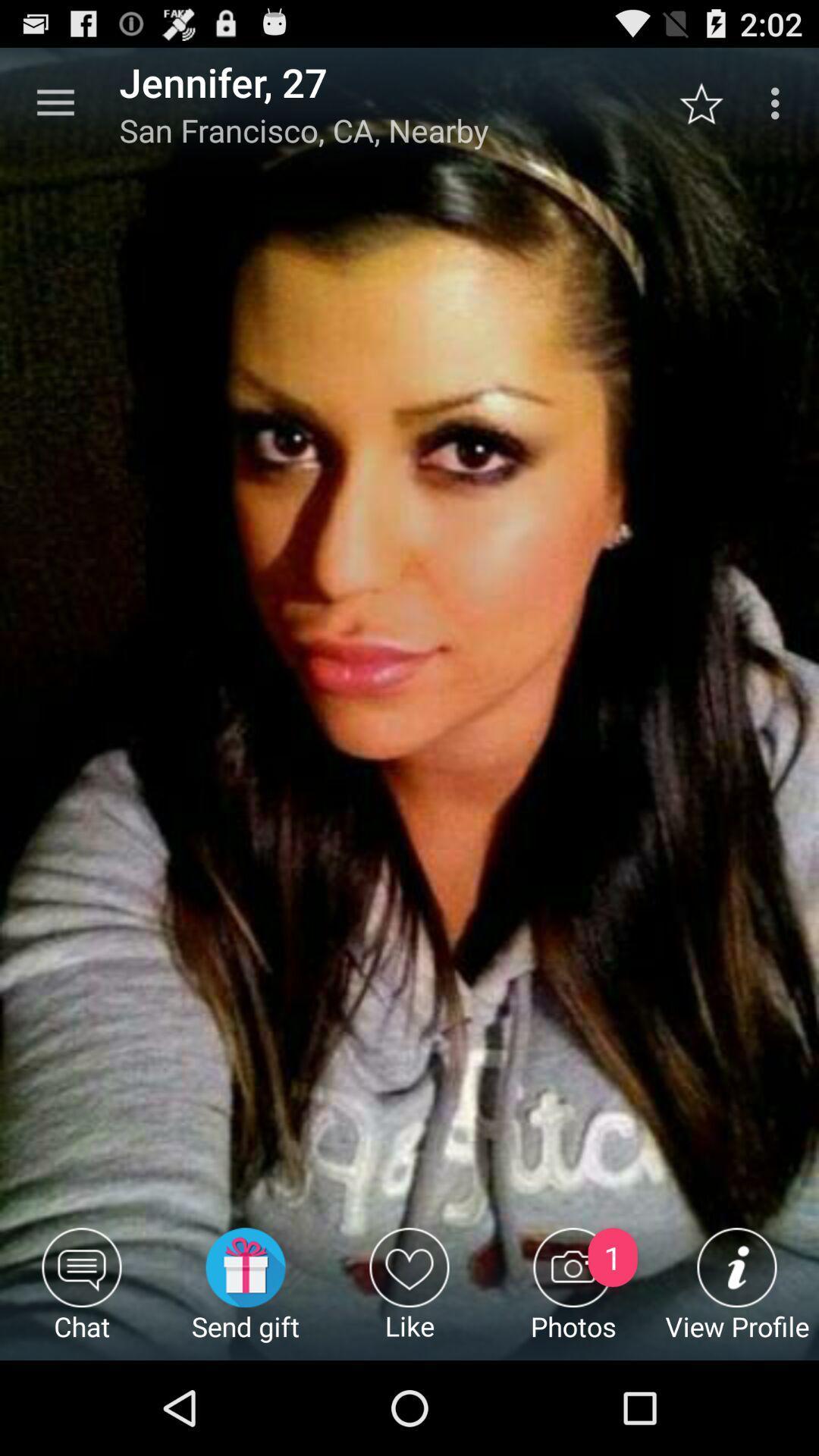  What do you see at coordinates (82, 1293) in the screenshot?
I see `icon to the left of send gift item` at bounding box center [82, 1293].